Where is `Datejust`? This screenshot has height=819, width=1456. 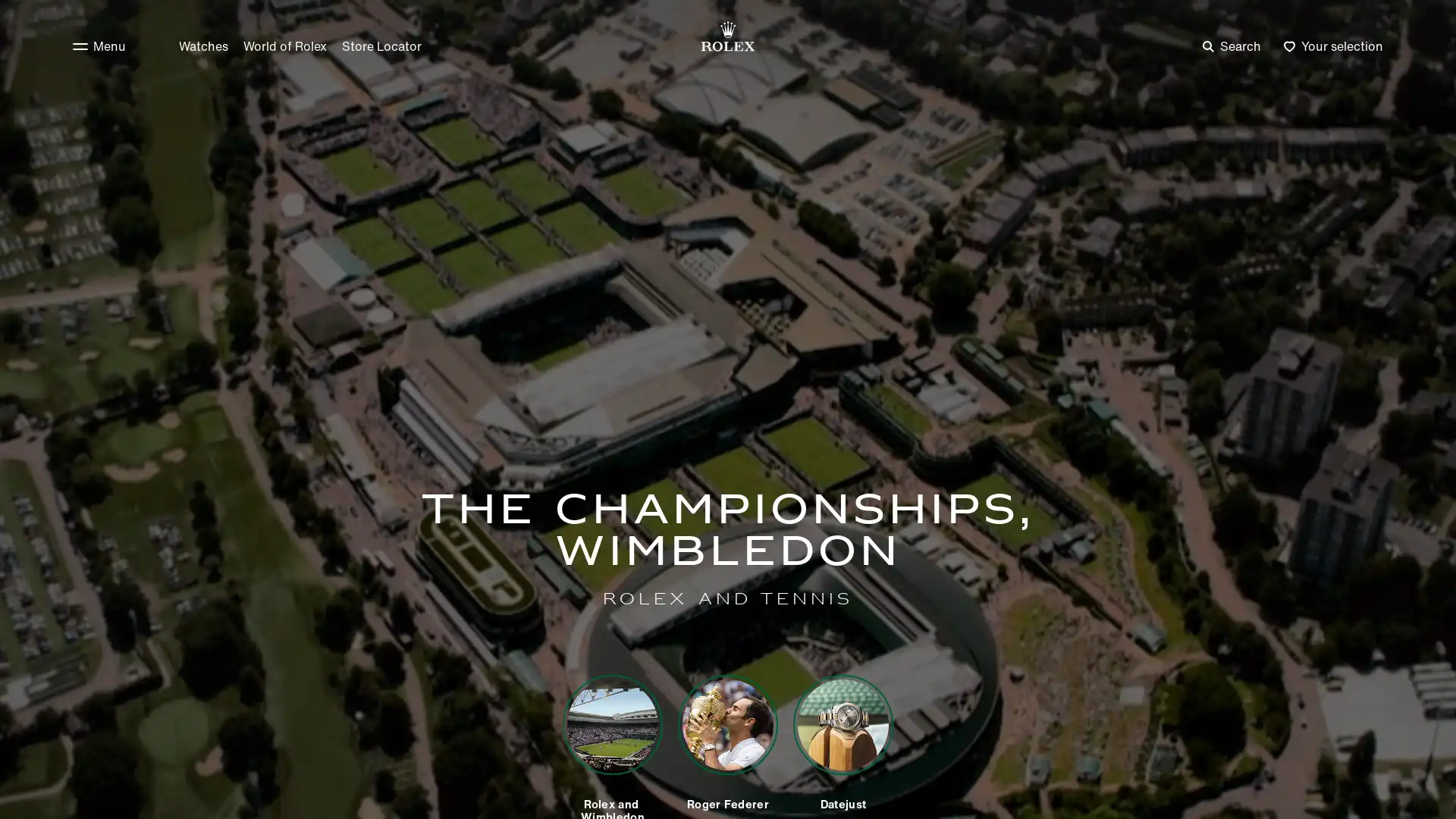 Datejust is located at coordinates (843, 742).